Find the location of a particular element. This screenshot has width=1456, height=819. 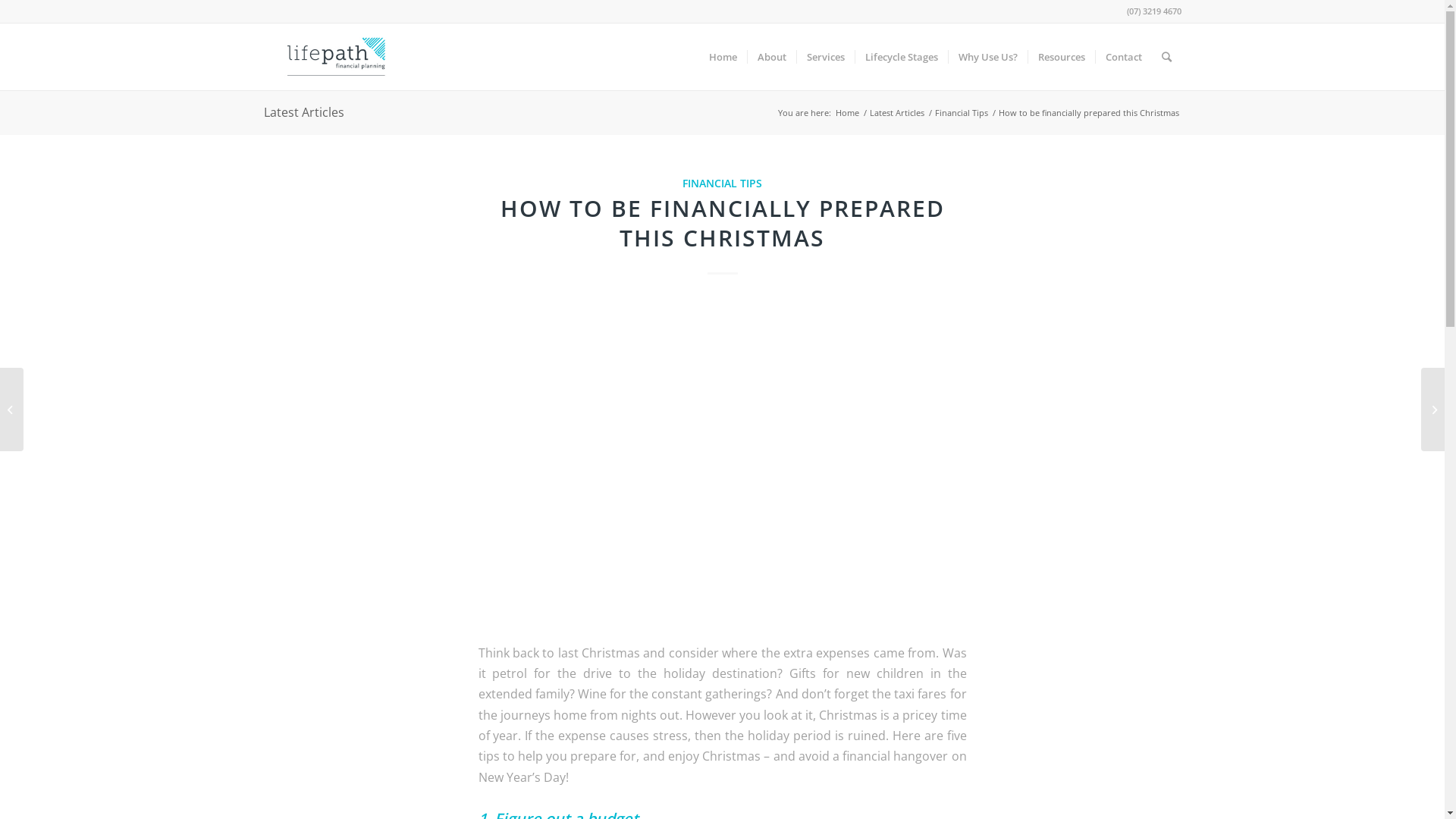

'Resources' is located at coordinates (1059, 55).